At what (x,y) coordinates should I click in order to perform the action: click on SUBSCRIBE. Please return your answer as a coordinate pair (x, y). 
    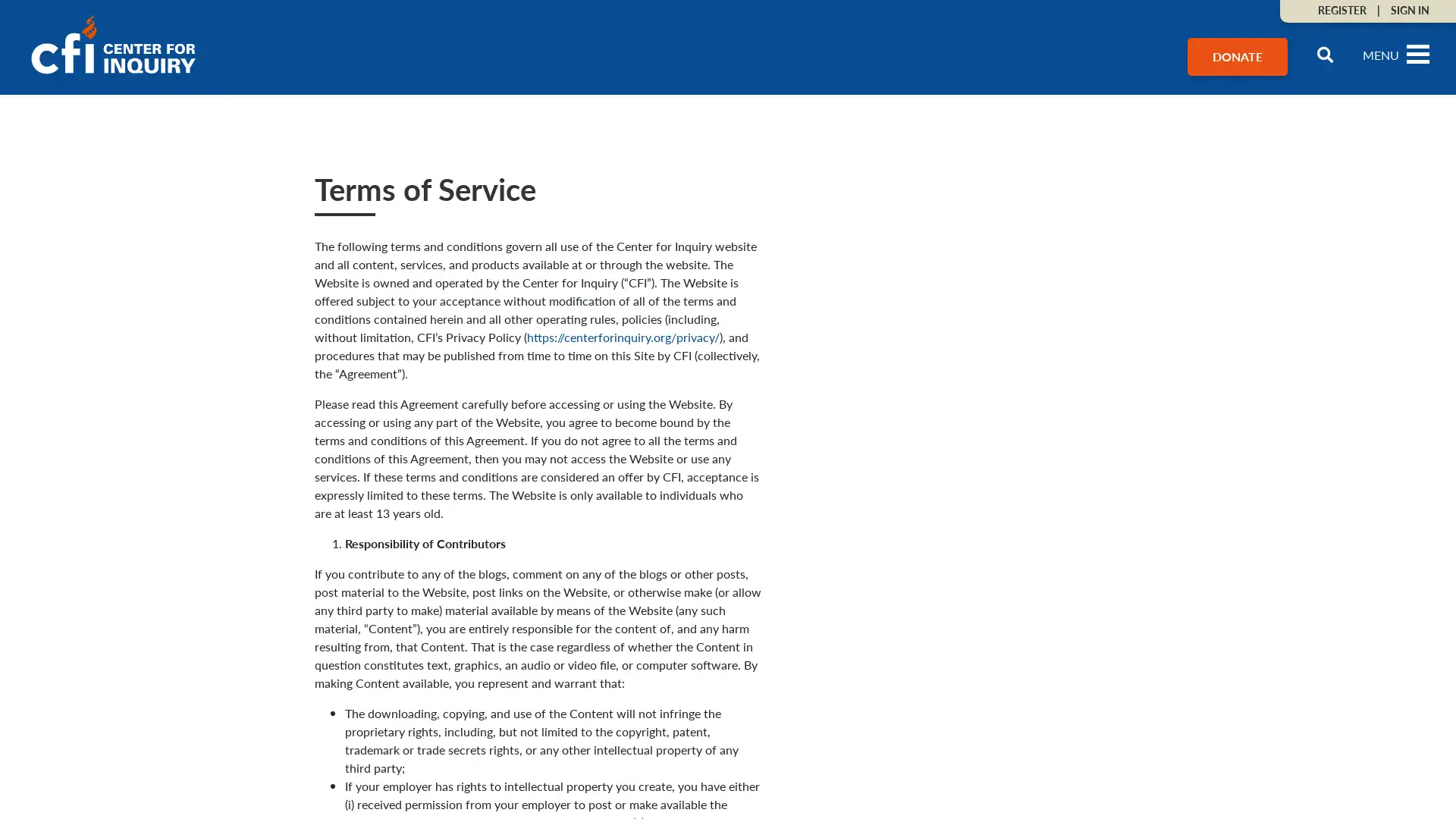
    Looking at the image, I should click on (1256, 686).